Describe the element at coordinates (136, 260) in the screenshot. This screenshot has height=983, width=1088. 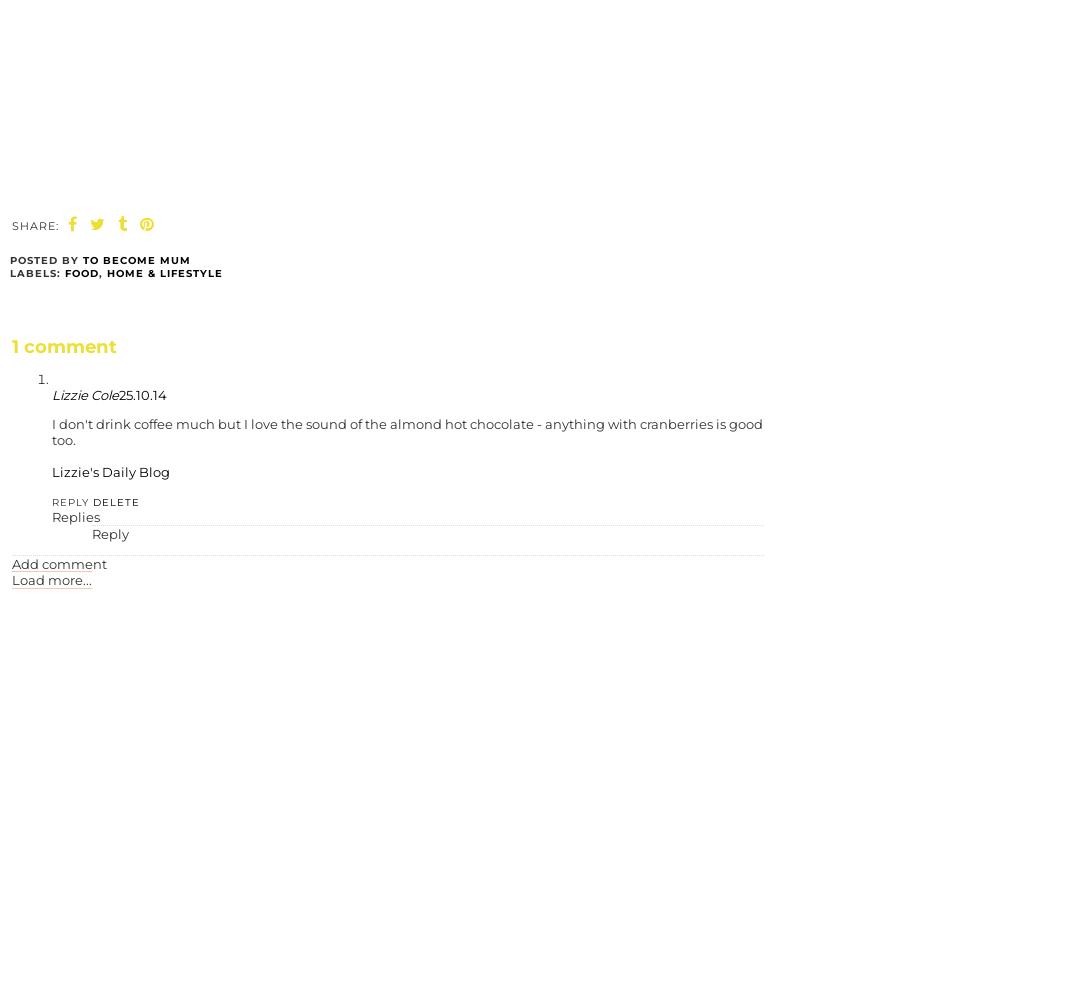
I see `'To Become Mum'` at that location.